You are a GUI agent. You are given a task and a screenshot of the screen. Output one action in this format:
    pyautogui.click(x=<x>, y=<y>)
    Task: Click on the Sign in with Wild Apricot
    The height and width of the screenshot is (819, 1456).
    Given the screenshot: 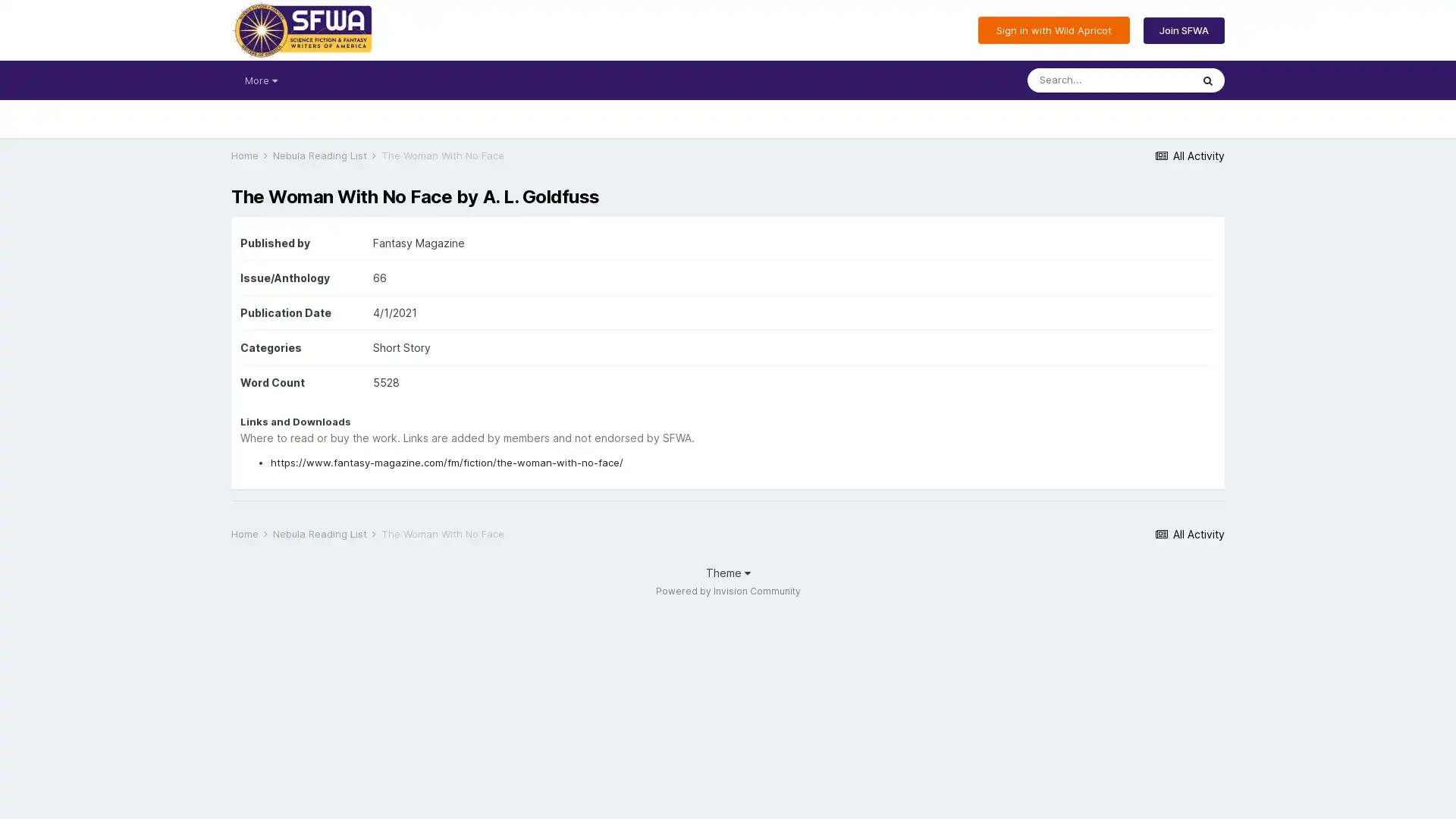 What is the action you would take?
    pyautogui.click(x=1053, y=30)
    